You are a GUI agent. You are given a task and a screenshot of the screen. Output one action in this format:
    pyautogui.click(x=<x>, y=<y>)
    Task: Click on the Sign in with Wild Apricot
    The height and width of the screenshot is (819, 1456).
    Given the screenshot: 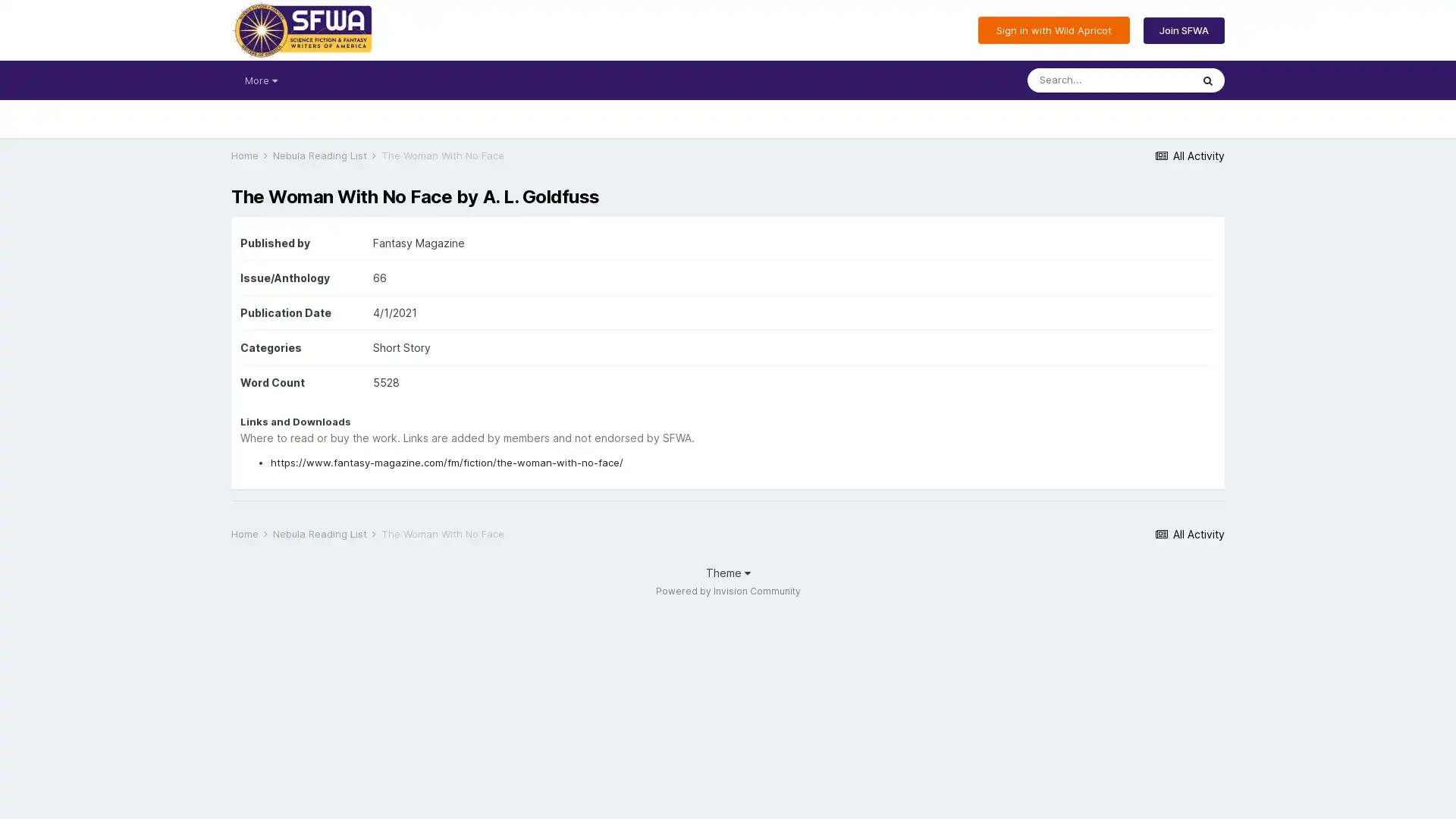 What is the action you would take?
    pyautogui.click(x=1053, y=30)
    